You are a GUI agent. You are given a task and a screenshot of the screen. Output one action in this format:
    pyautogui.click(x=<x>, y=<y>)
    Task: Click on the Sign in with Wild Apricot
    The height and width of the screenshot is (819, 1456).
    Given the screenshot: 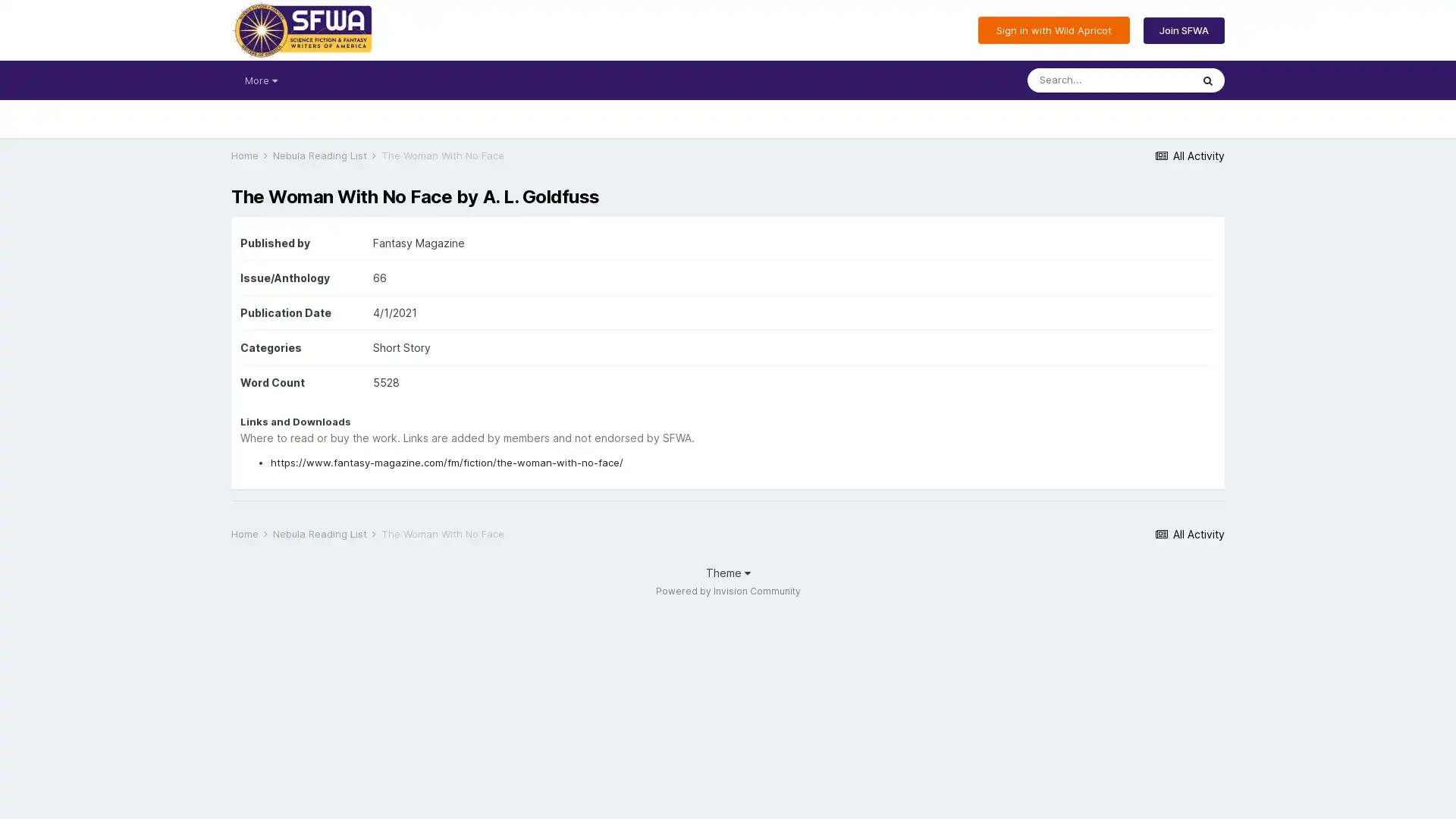 What is the action you would take?
    pyautogui.click(x=1053, y=30)
    